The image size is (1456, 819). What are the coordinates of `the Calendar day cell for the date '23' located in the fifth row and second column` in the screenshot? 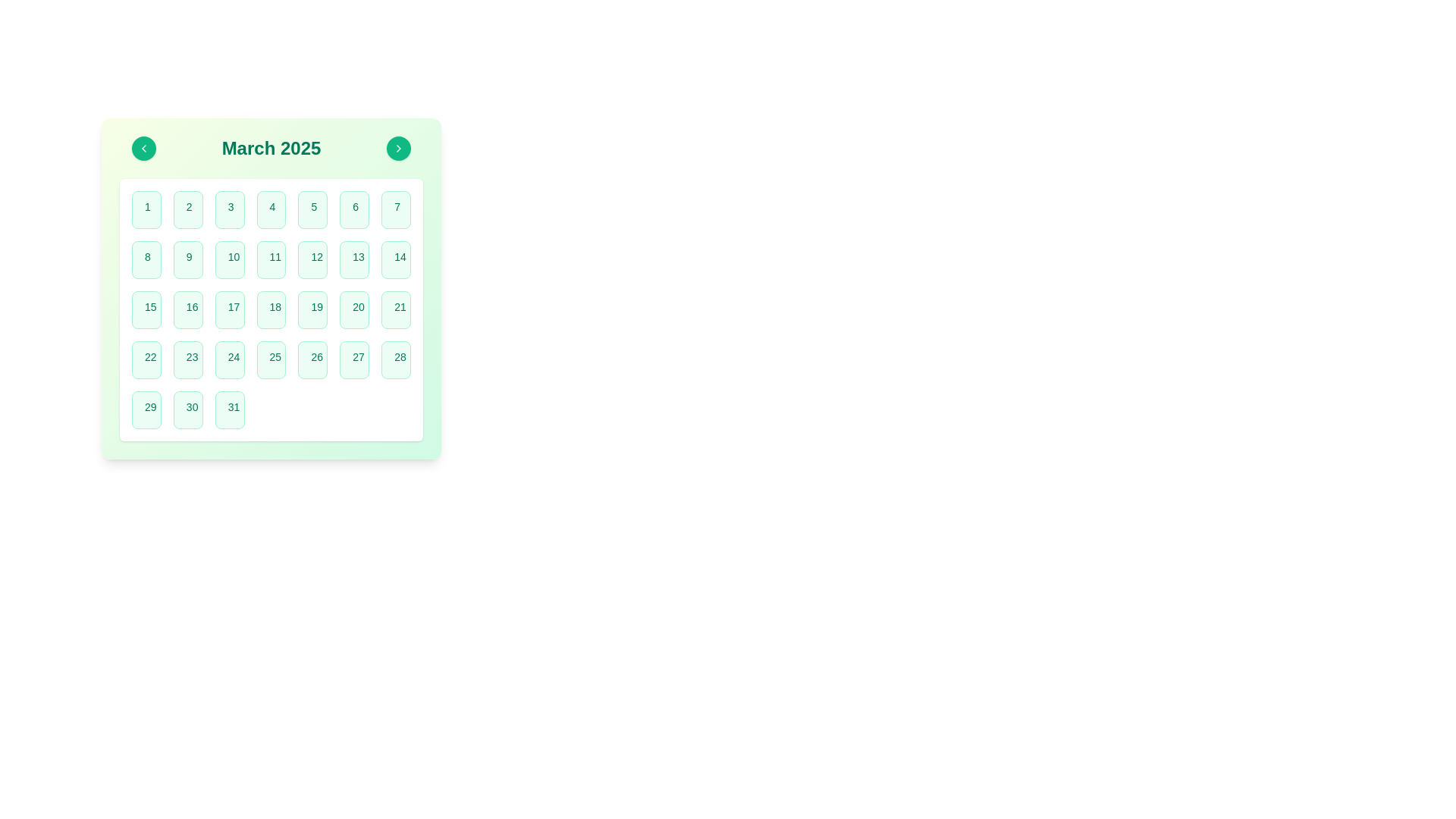 It's located at (187, 359).